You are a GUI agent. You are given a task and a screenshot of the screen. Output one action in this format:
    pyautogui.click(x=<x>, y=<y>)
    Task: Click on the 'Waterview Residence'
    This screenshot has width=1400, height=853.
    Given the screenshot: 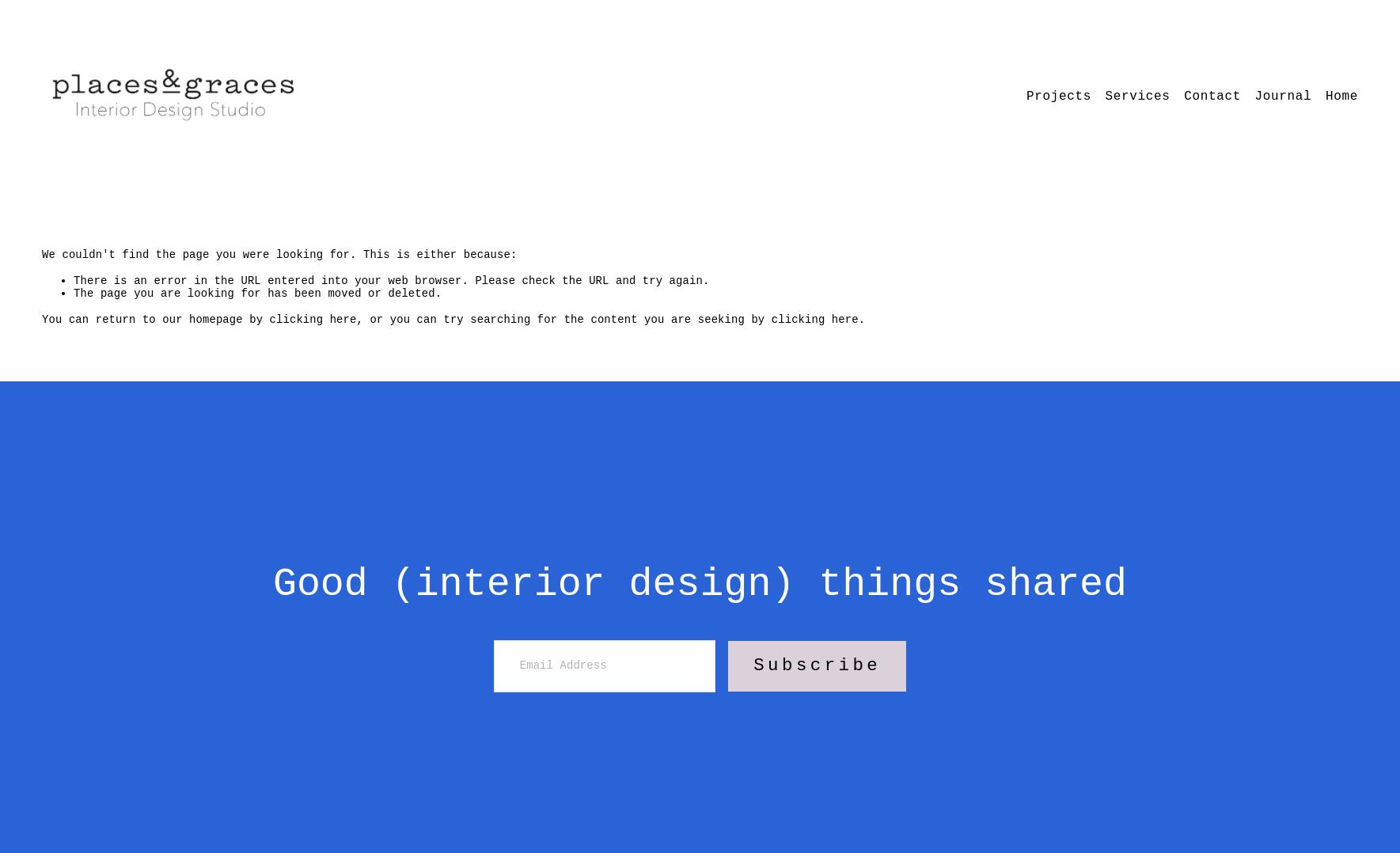 What is the action you would take?
    pyautogui.click(x=1013, y=122)
    